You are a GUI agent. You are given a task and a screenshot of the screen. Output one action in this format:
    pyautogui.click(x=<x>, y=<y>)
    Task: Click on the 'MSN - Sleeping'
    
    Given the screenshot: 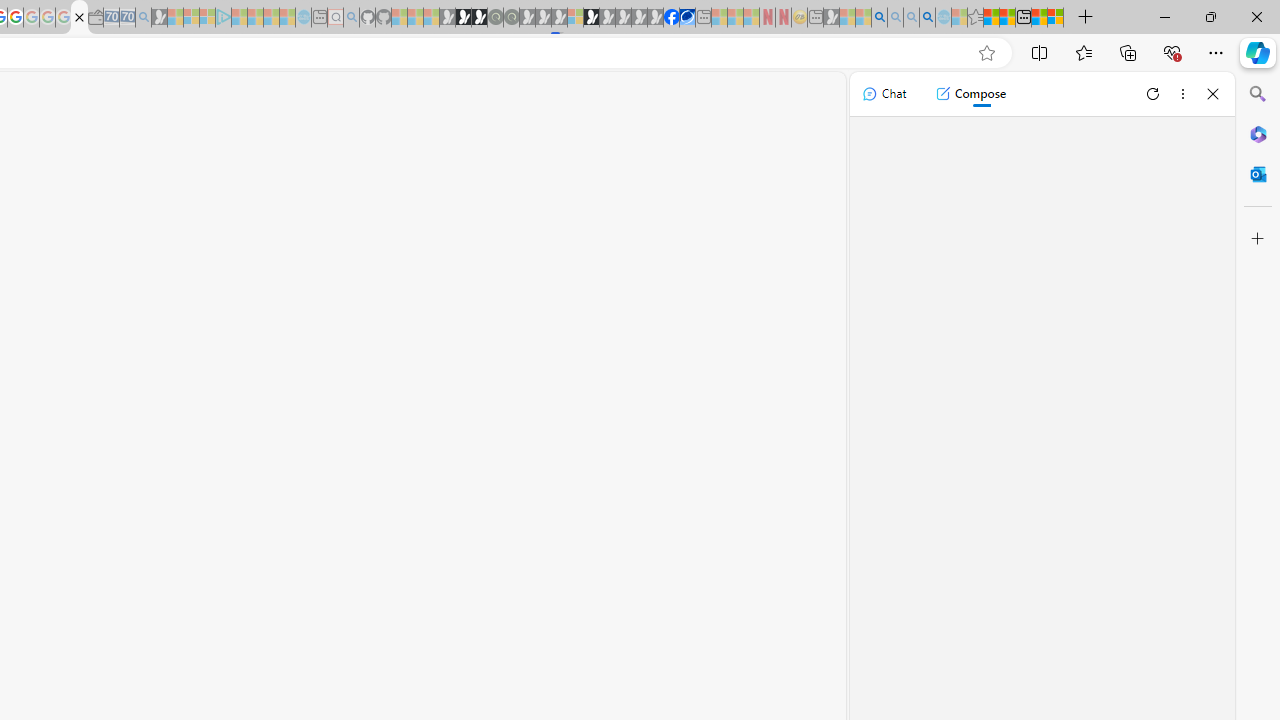 What is the action you would take?
    pyautogui.click(x=831, y=17)
    